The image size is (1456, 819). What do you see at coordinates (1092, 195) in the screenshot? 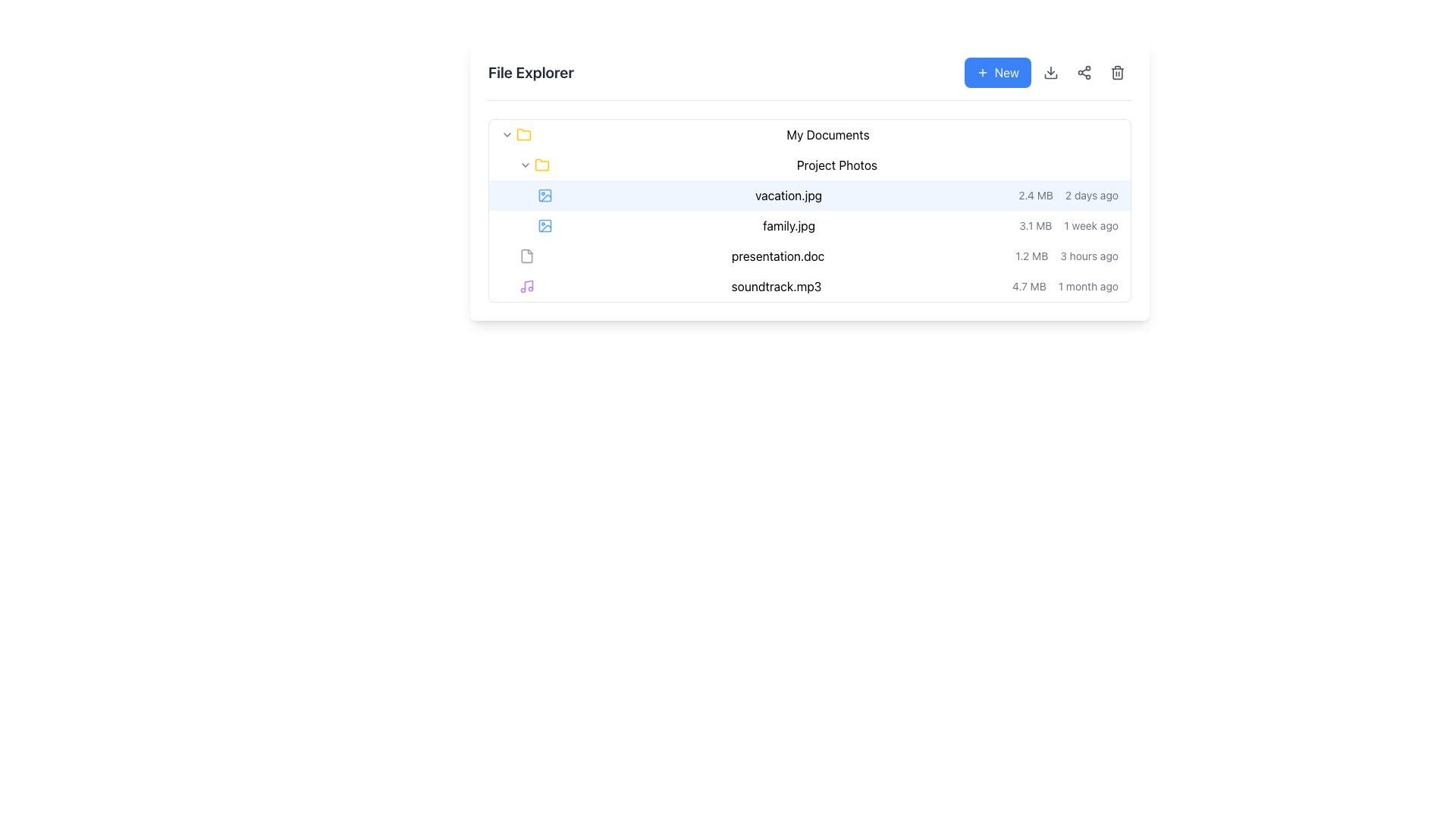
I see `the informational text indicating the last modification time of the file 'vacation.jpg', which is located to the far right of the file size information '2.4 MB'` at bounding box center [1092, 195].